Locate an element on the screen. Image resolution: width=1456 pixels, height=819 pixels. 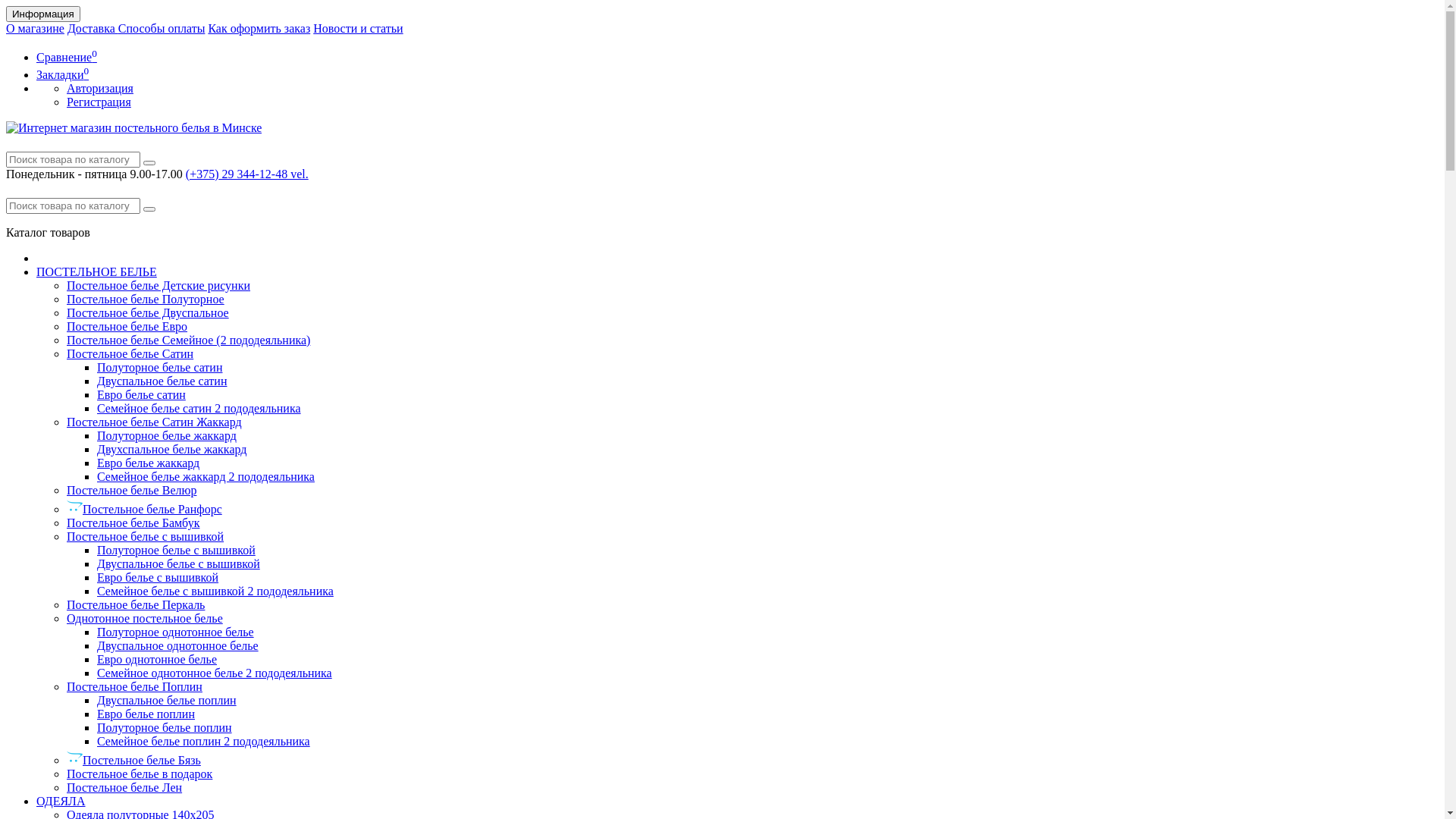
'(+375) 29 344-12-48 vel.' is located at coordinates (247, 173).